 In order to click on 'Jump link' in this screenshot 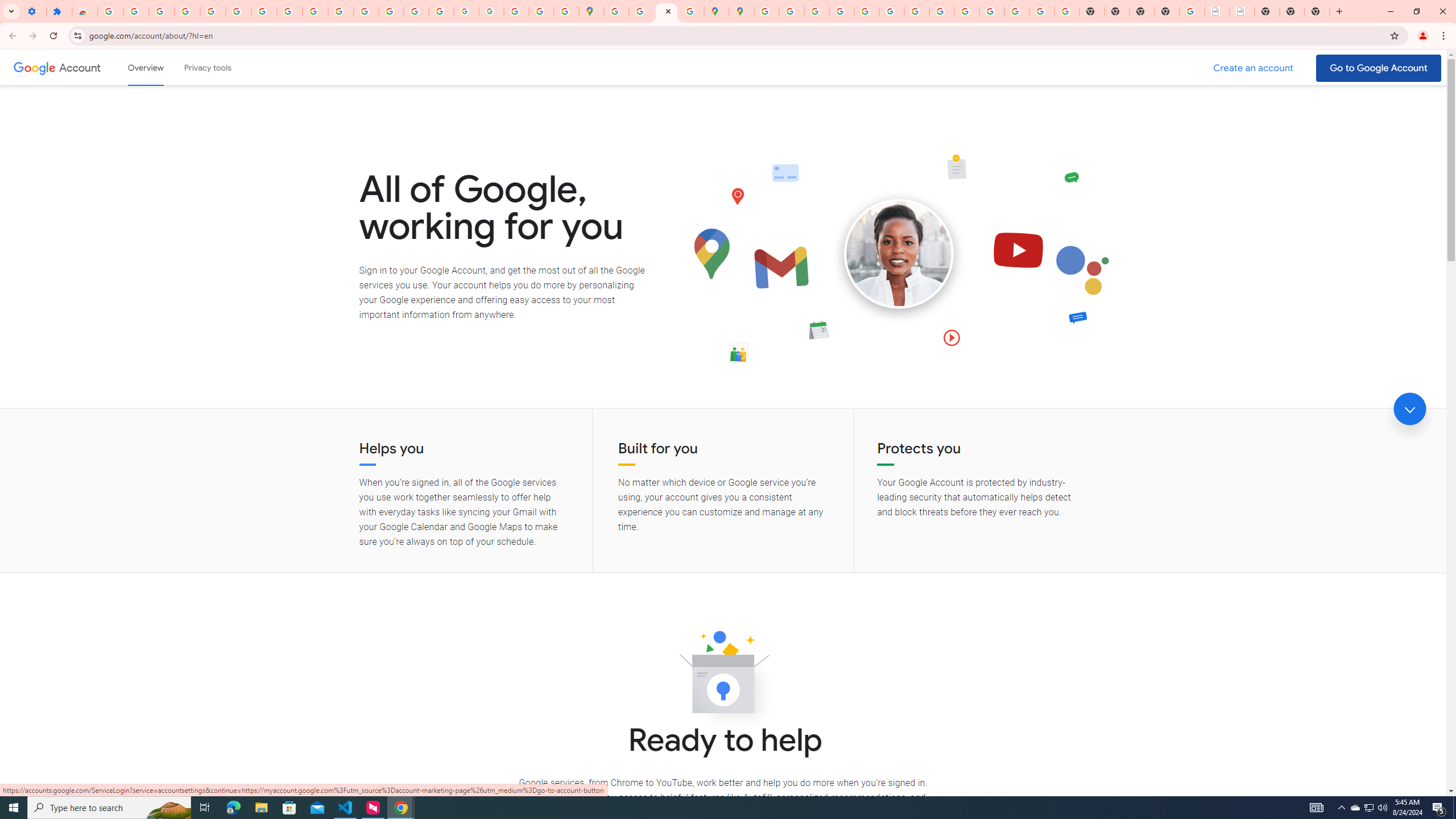, I will do `click(1409, 409)`.